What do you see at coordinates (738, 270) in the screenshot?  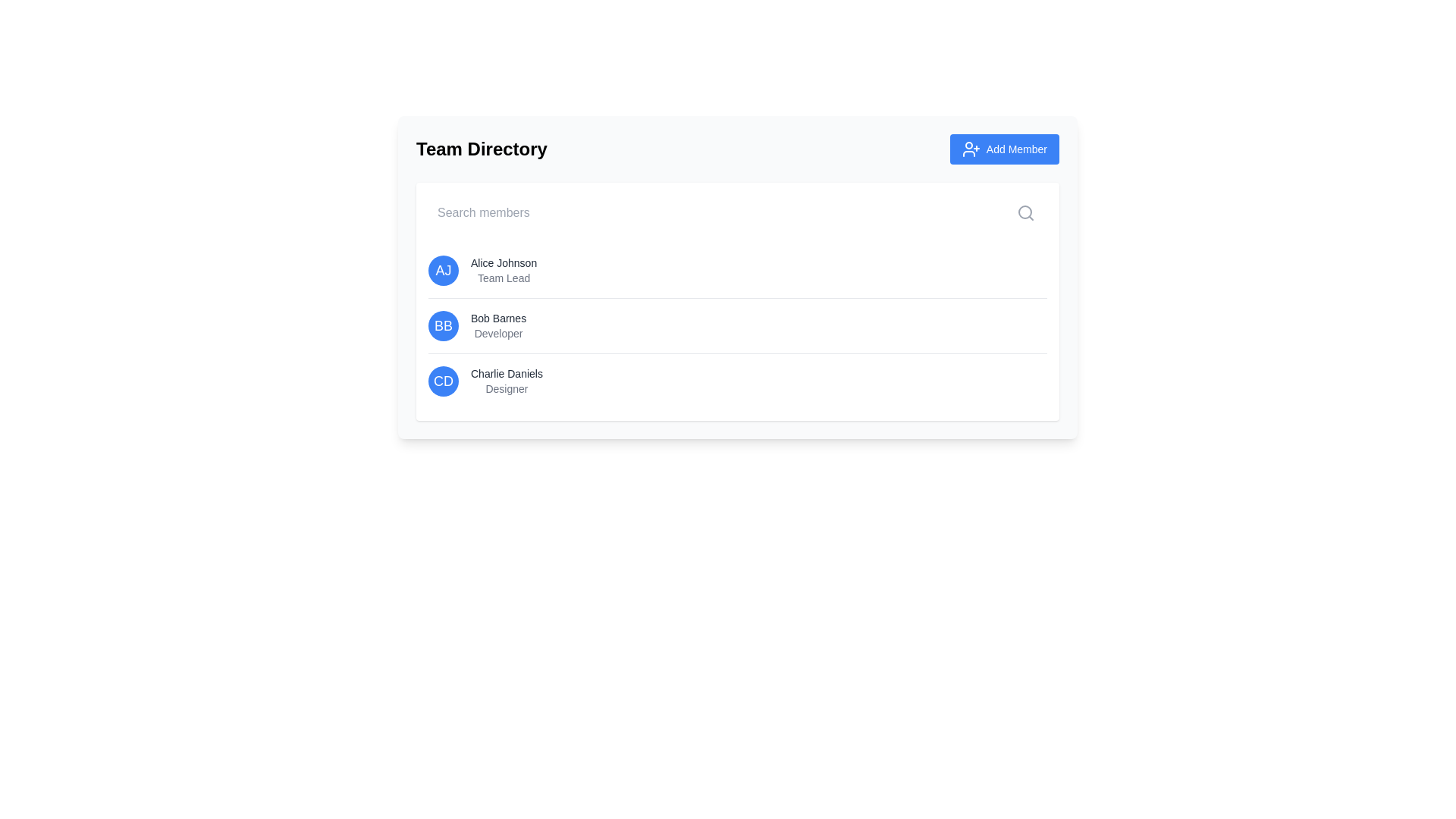 I see `the first list item displaying profile information in the 'Team Directory', which includes initials, name, and role` at bounding box center [738, 270].